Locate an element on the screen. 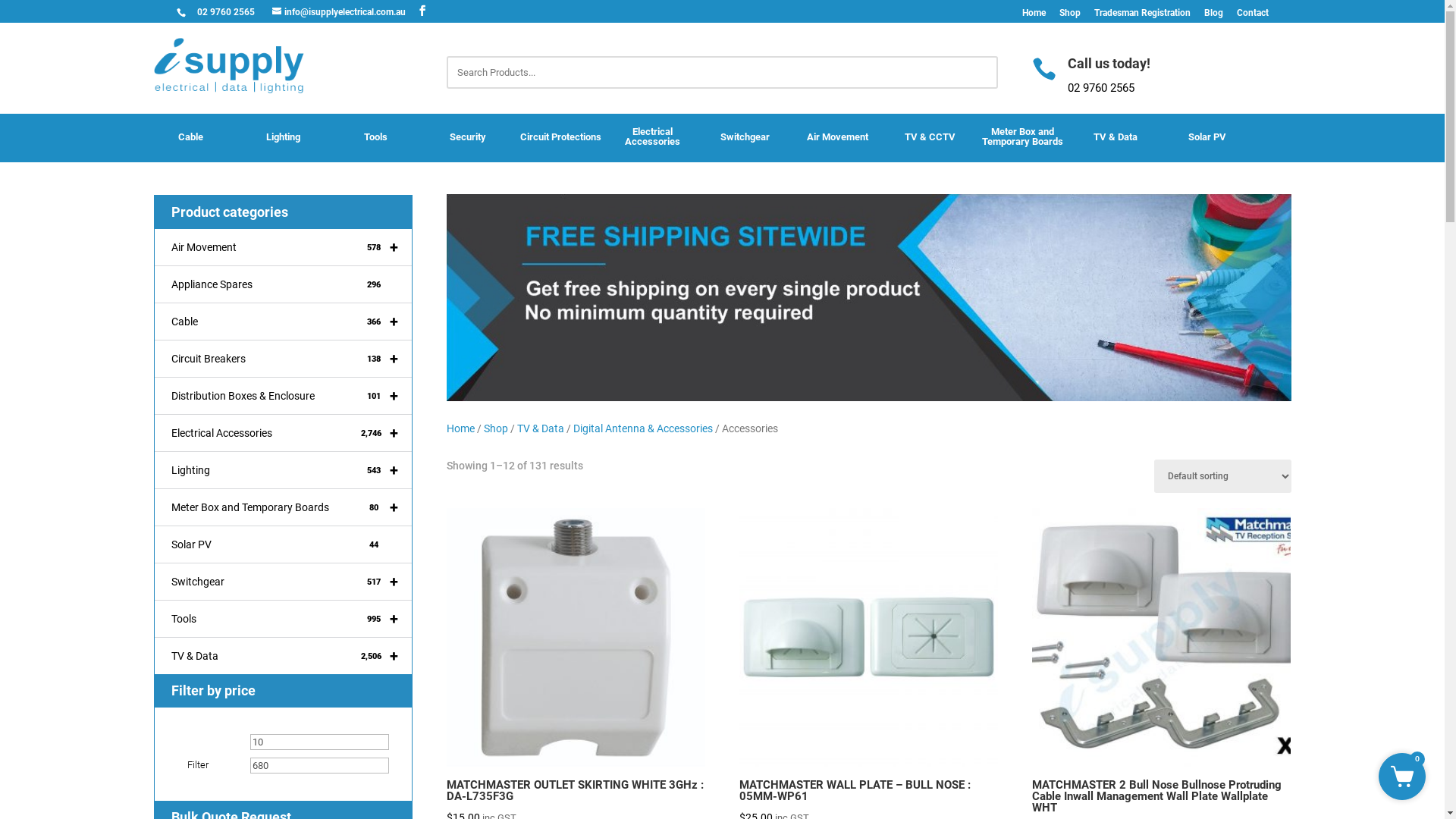 The height and width of the screenshot is (819, 1456). 'Appliance Spares is located at coordinates (283, 284).